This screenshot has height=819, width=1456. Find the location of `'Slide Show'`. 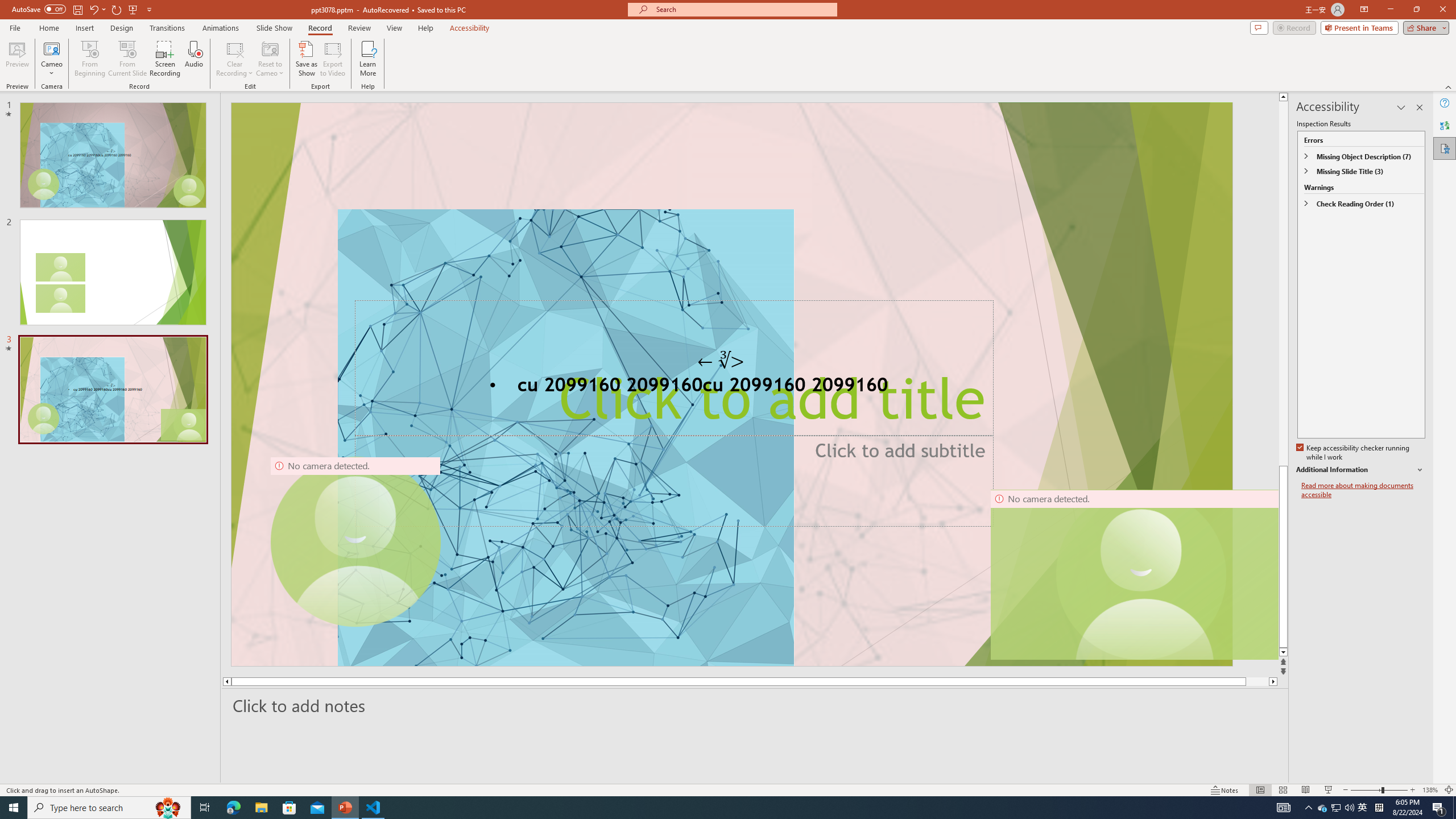

'Slide Show' is located at coordinates (274, 28).